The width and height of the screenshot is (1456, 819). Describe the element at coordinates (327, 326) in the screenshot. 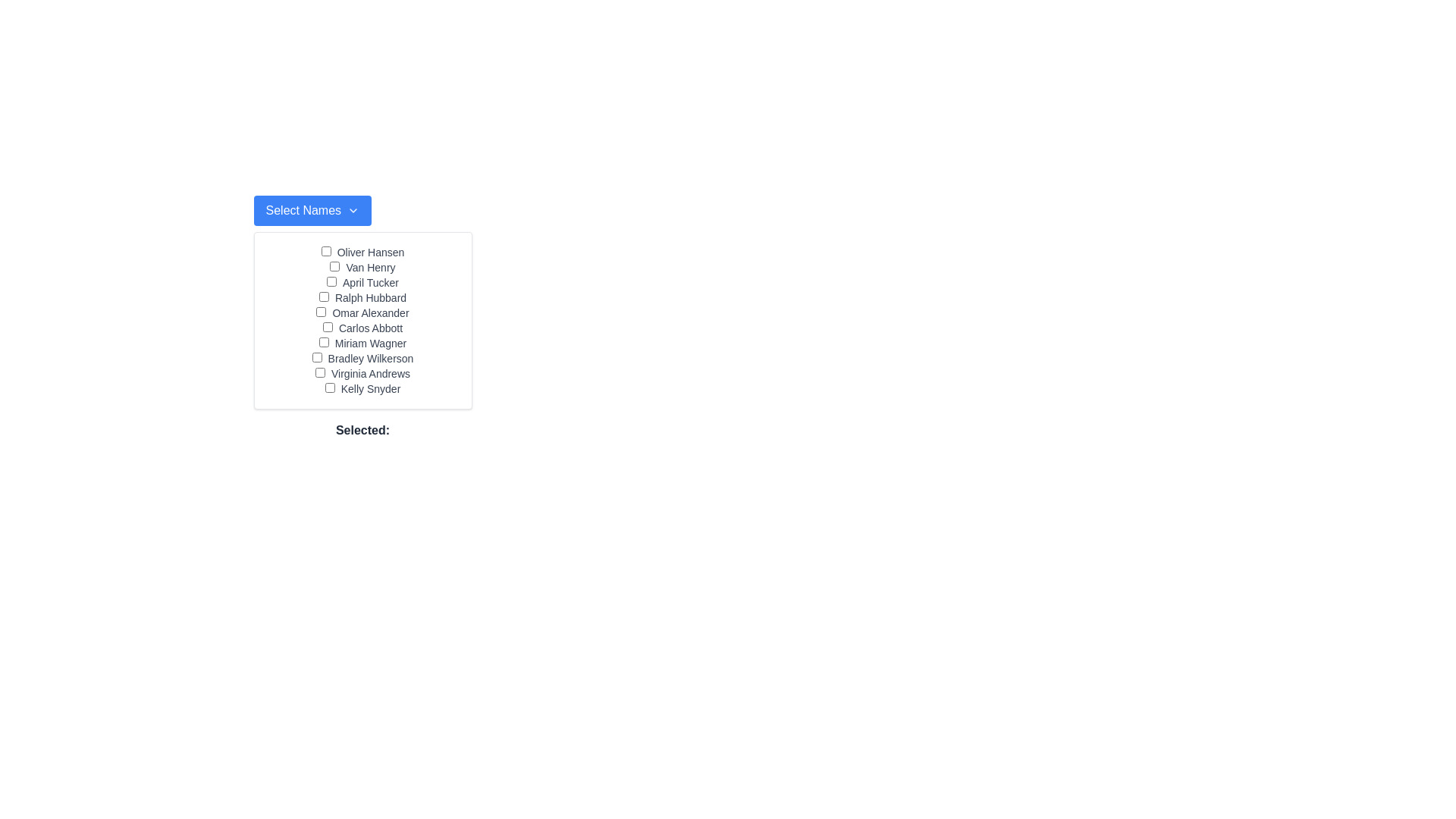

I see `the checkbox labeled 'Carlos Abbott'` at that location.